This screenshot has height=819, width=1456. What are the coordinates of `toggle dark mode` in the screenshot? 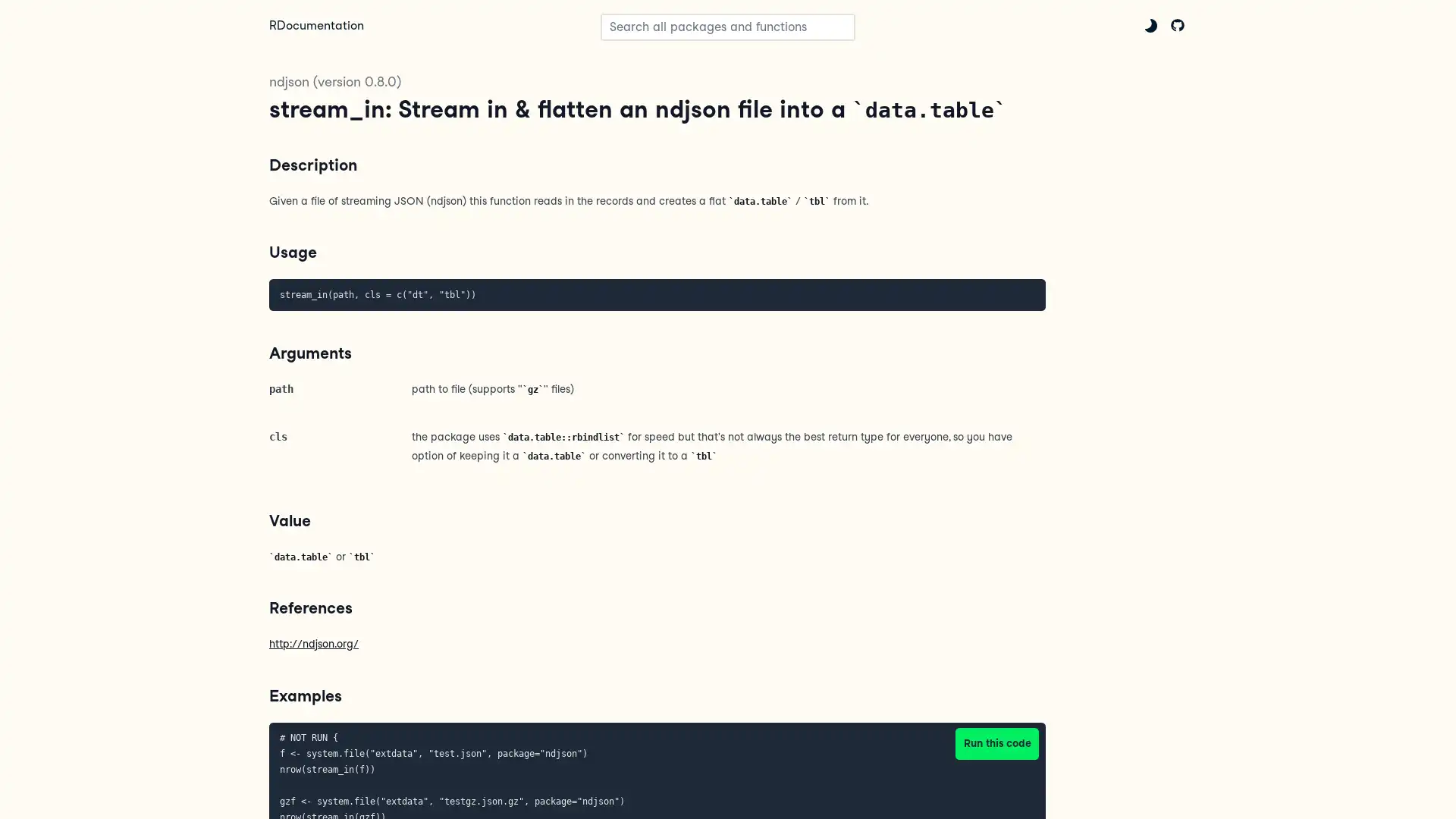 It's located at (1150, 25).